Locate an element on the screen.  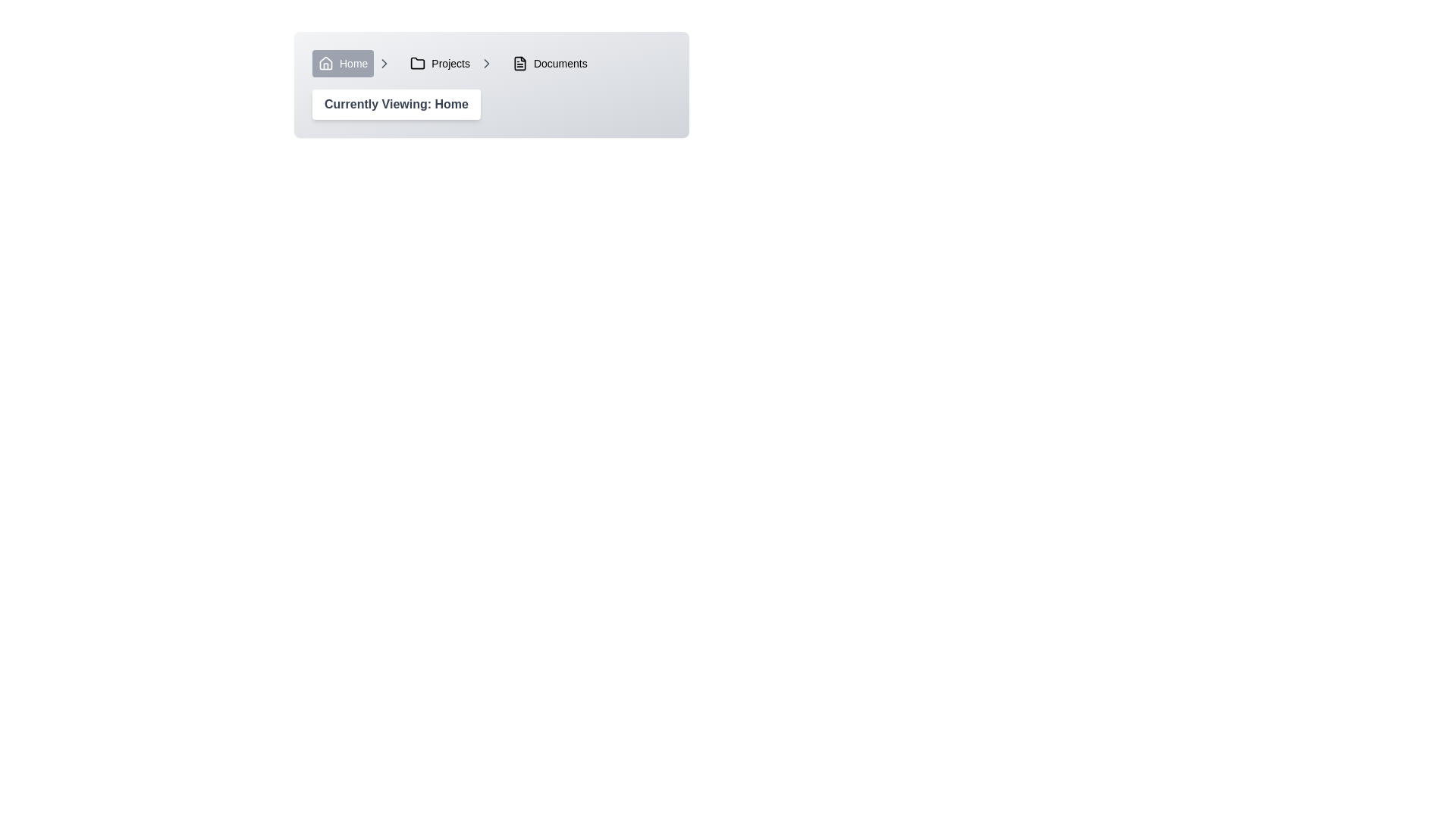
the 'Home' icon in the breadcrumb navigation bar, which is a vector graphic of a house with a triangular roof and square base is located at coordinates (325, 62).